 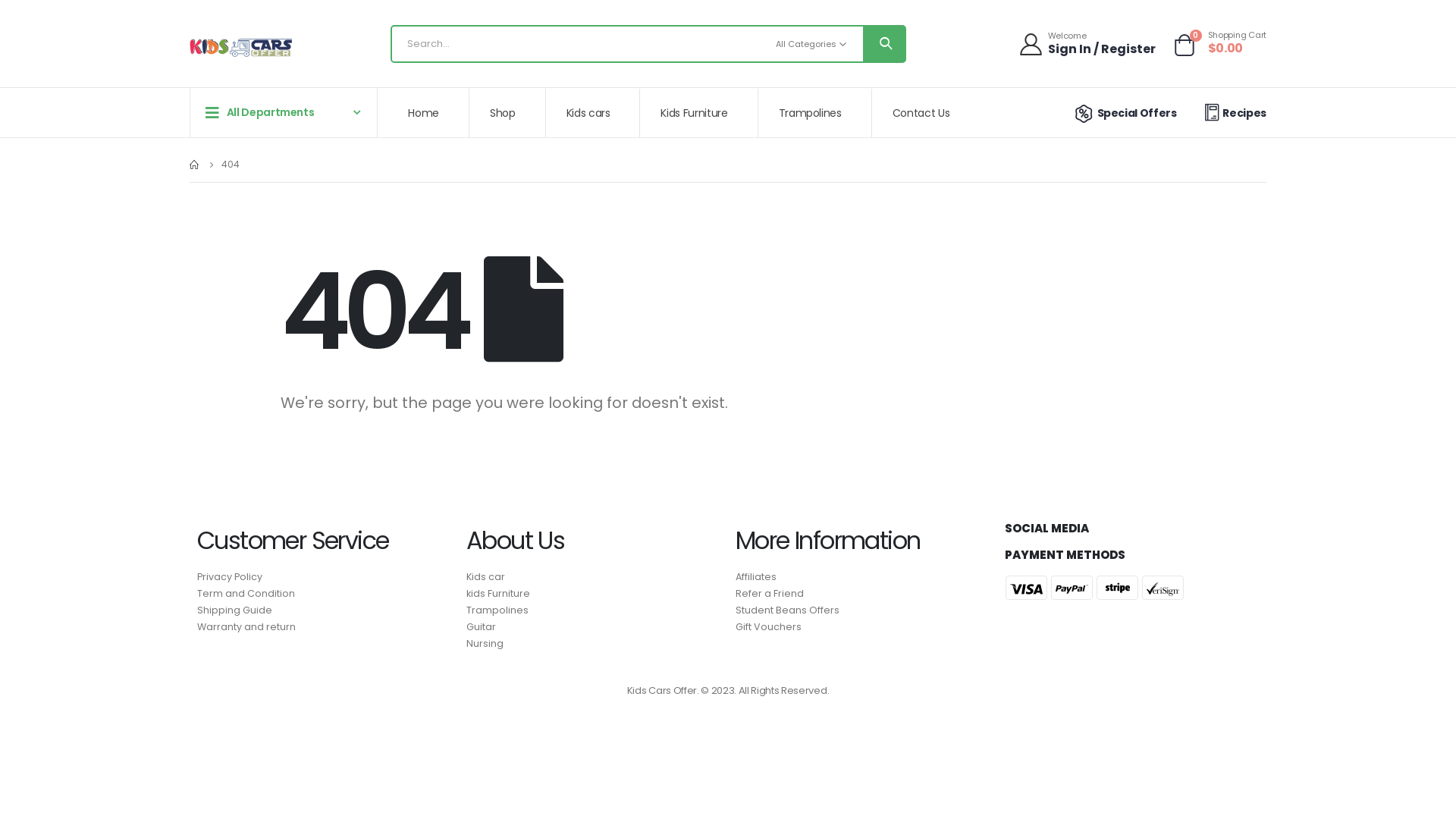 I want to click on 'Go to Home Page', so click(x=188, y=164).